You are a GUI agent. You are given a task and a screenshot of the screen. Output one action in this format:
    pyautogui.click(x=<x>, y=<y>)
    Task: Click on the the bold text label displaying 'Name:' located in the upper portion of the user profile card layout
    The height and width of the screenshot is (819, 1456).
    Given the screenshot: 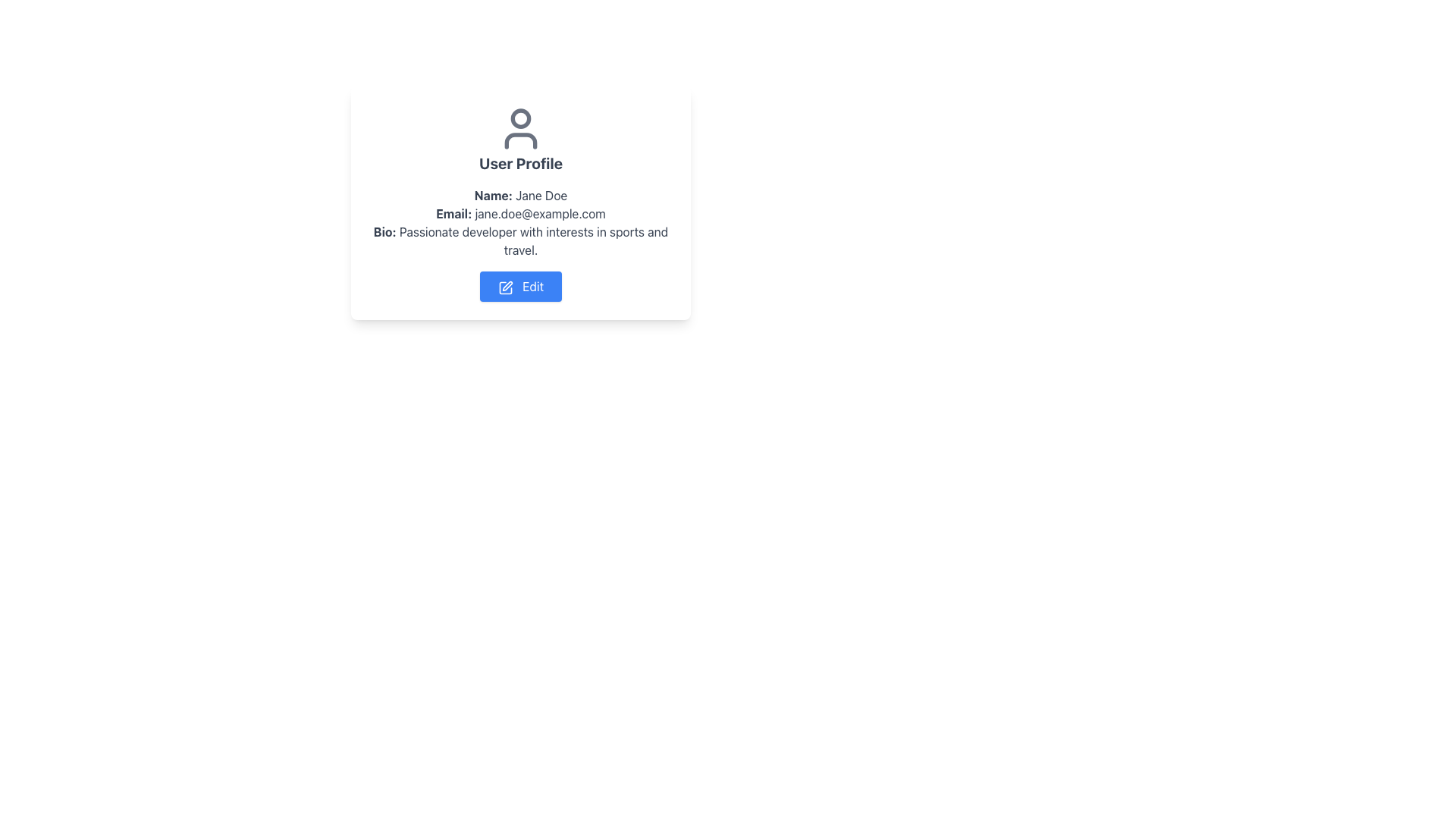 What is the action you would take?
    pyautogui.click(x=493, y=195)
    